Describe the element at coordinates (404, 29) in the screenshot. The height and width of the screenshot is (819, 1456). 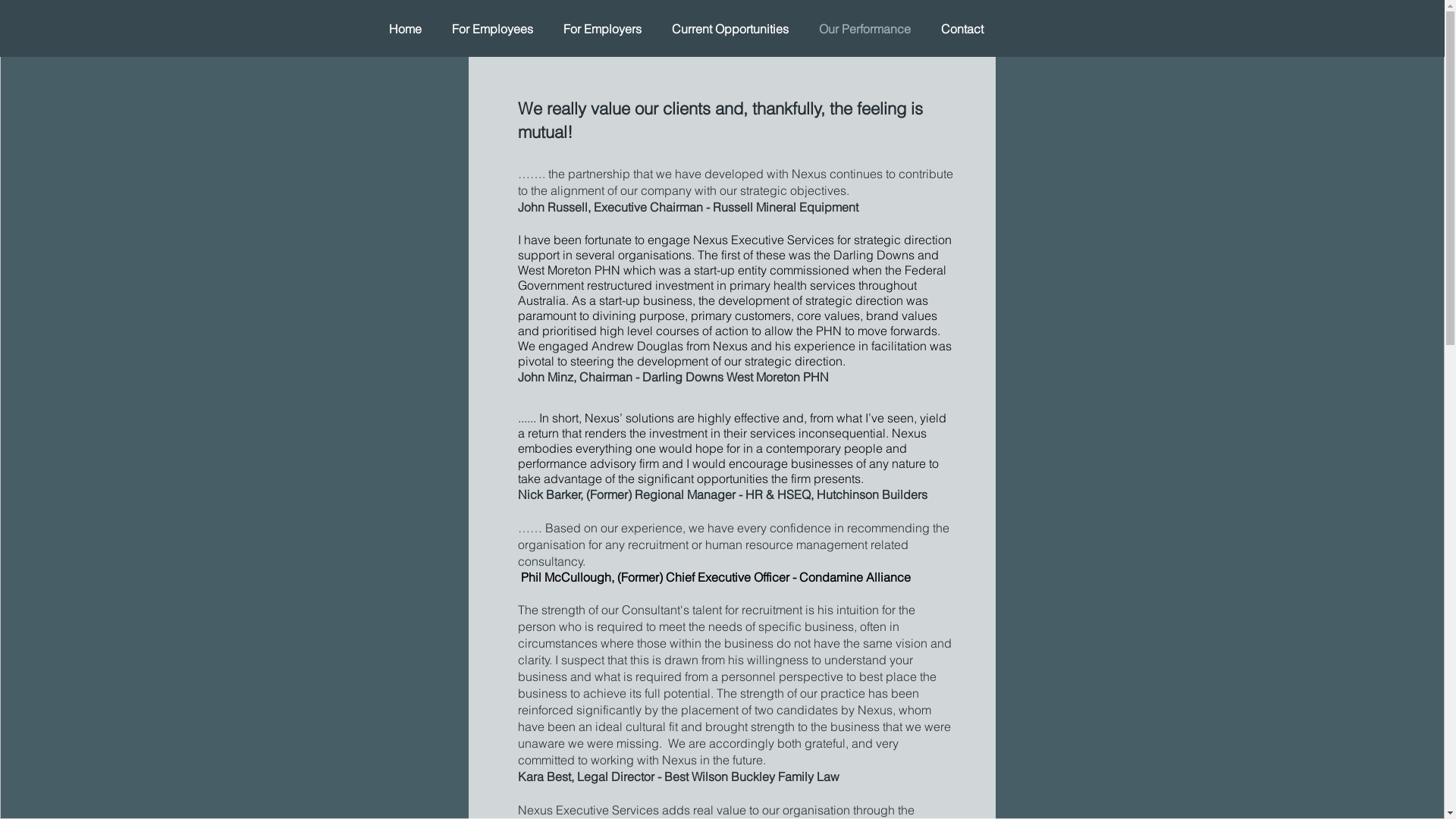
I see `'Home'` at that location.